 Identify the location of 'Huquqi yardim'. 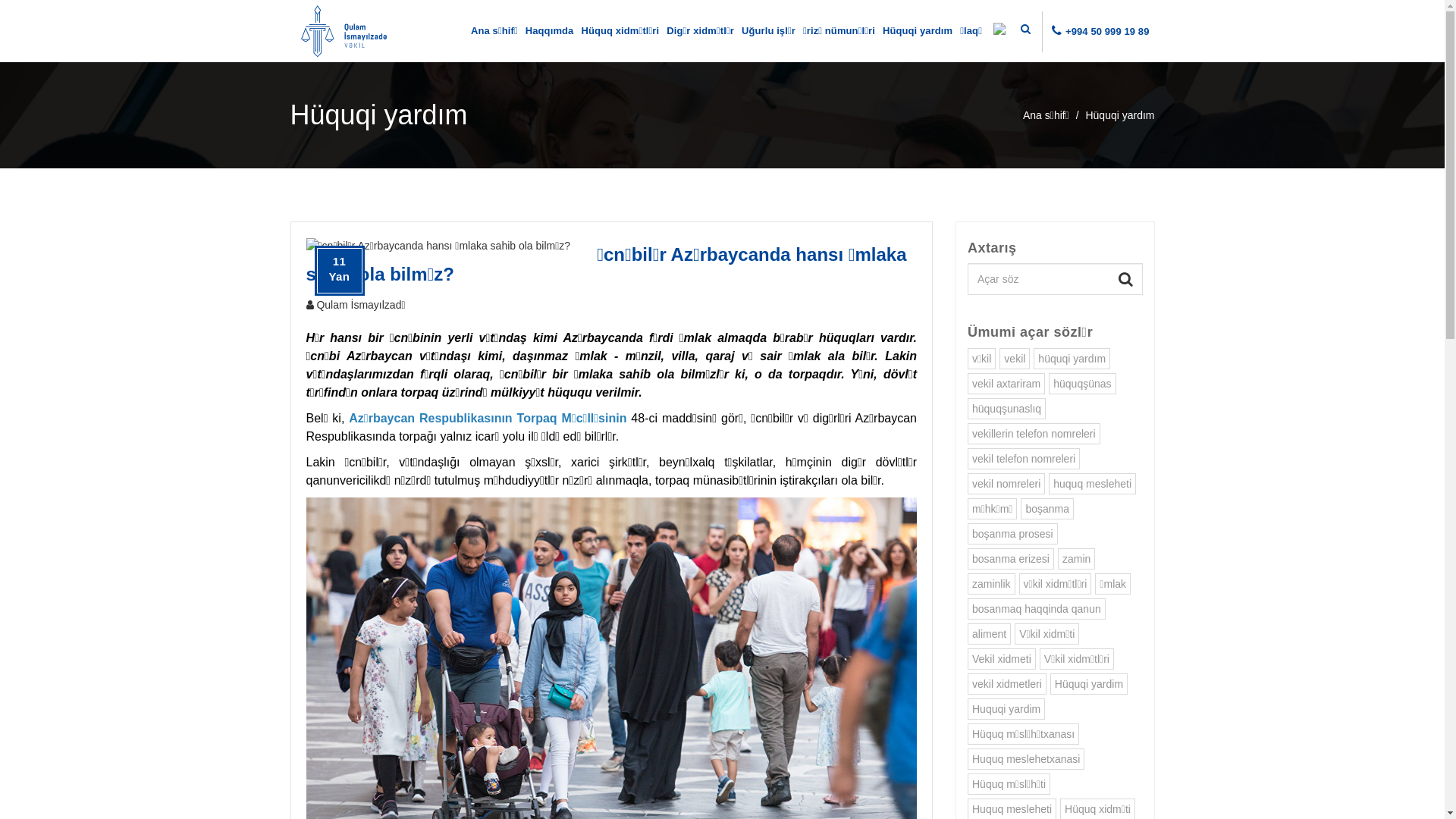
(1006, 708).